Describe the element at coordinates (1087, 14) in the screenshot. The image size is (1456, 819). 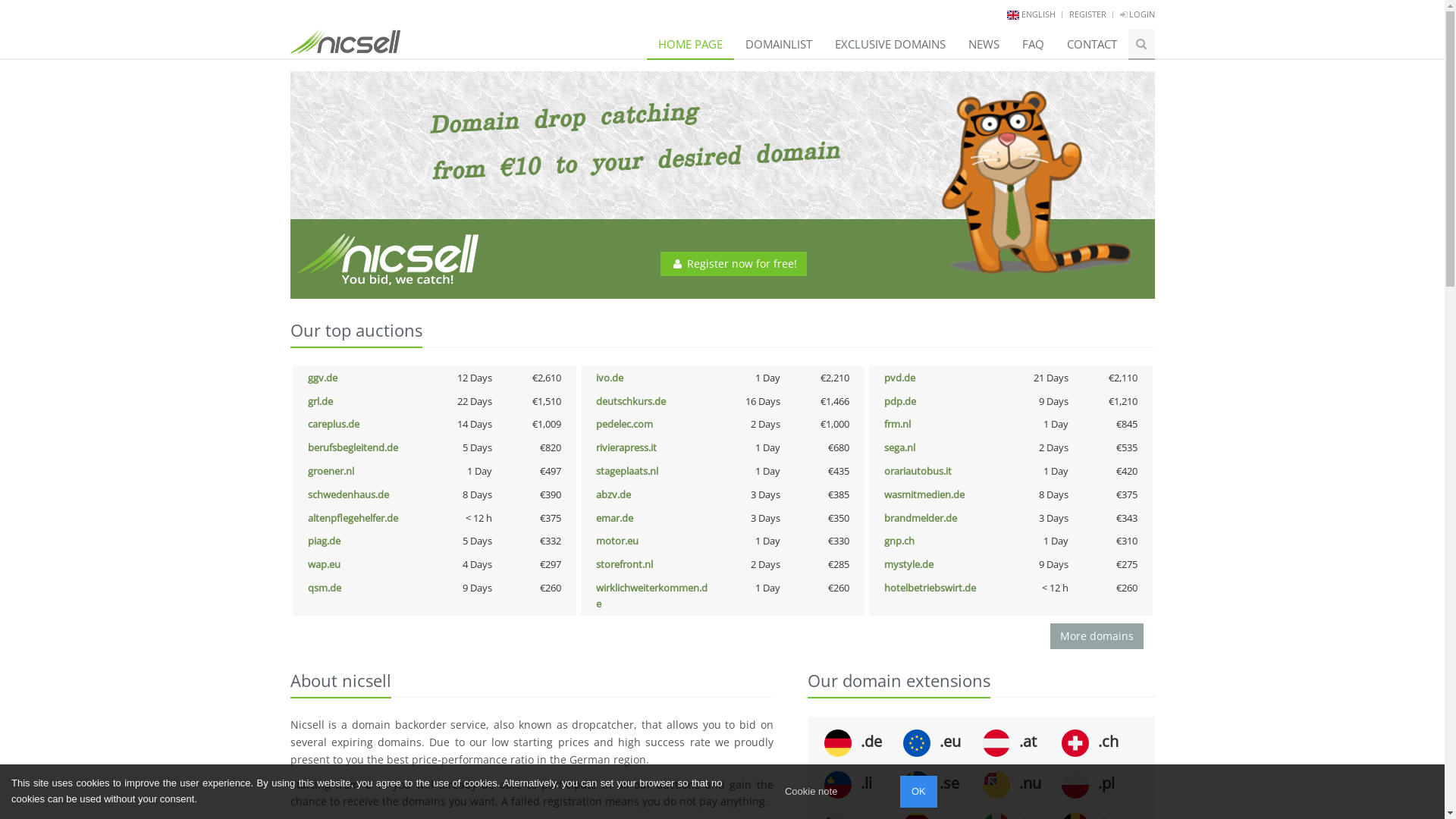
I see `'REGISTER'` at that location.